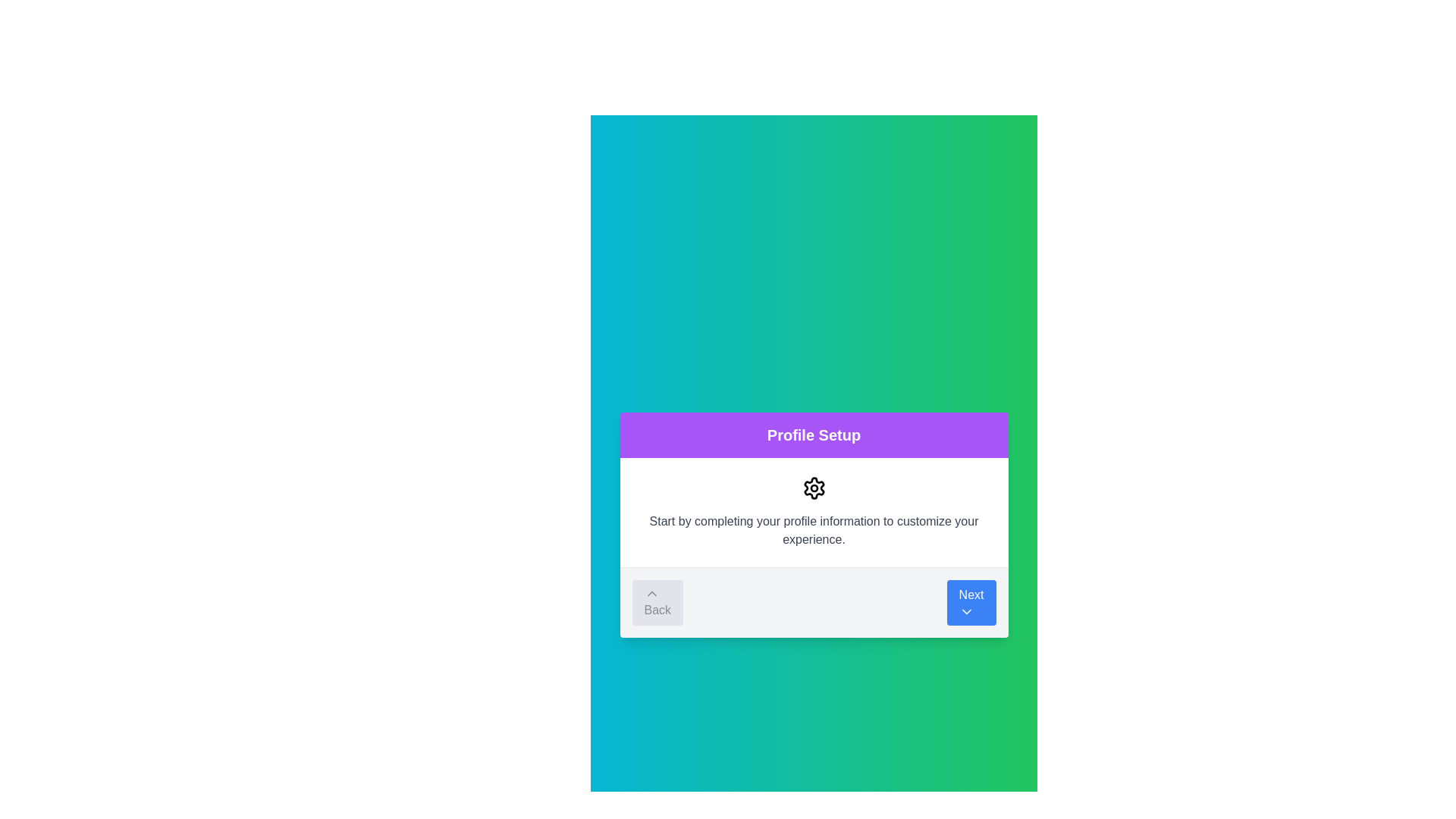 This screenshot has width=1456, height=819. Describe the element at coordinates (813, 512) in the screenshot. I see `the Informative Panel located below the title 'Profile Setup' and above the buttons 'Back' and 'Next' to guide the user with instructions about completing their profile` at that location.